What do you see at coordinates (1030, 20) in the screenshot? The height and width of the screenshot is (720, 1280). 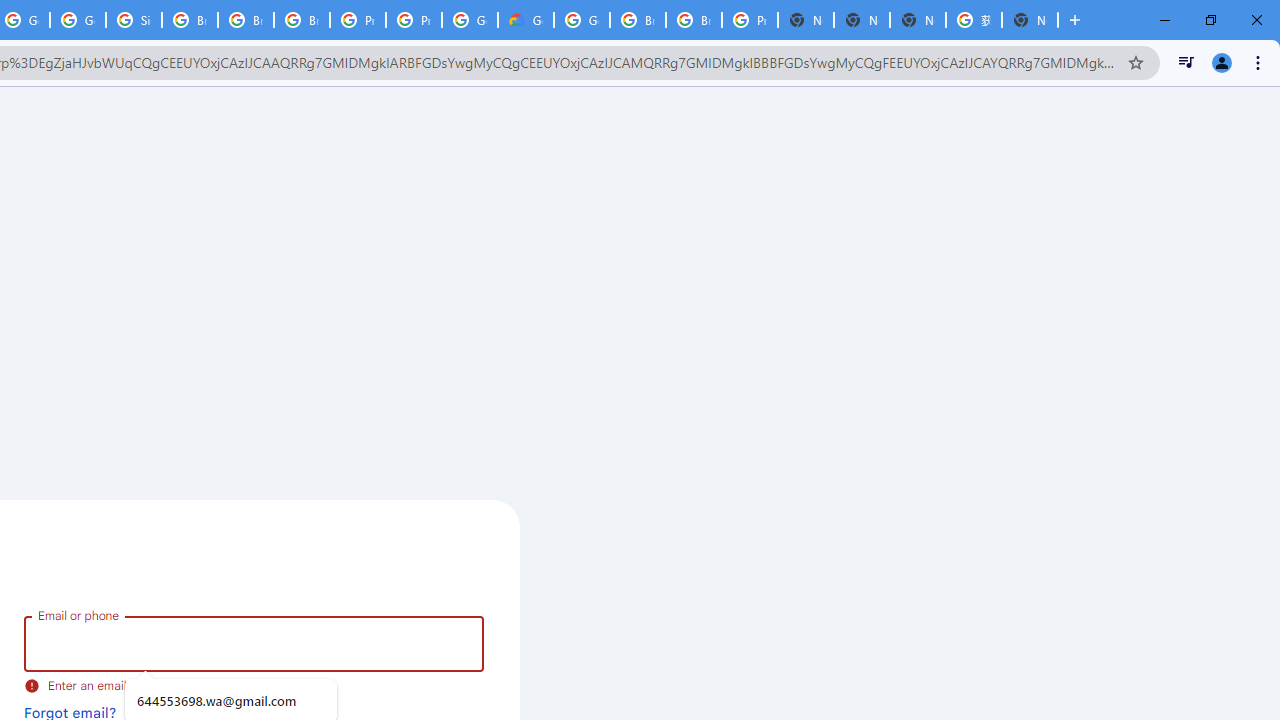 I see `'New Tab'` at bounding box center [1030, 20].